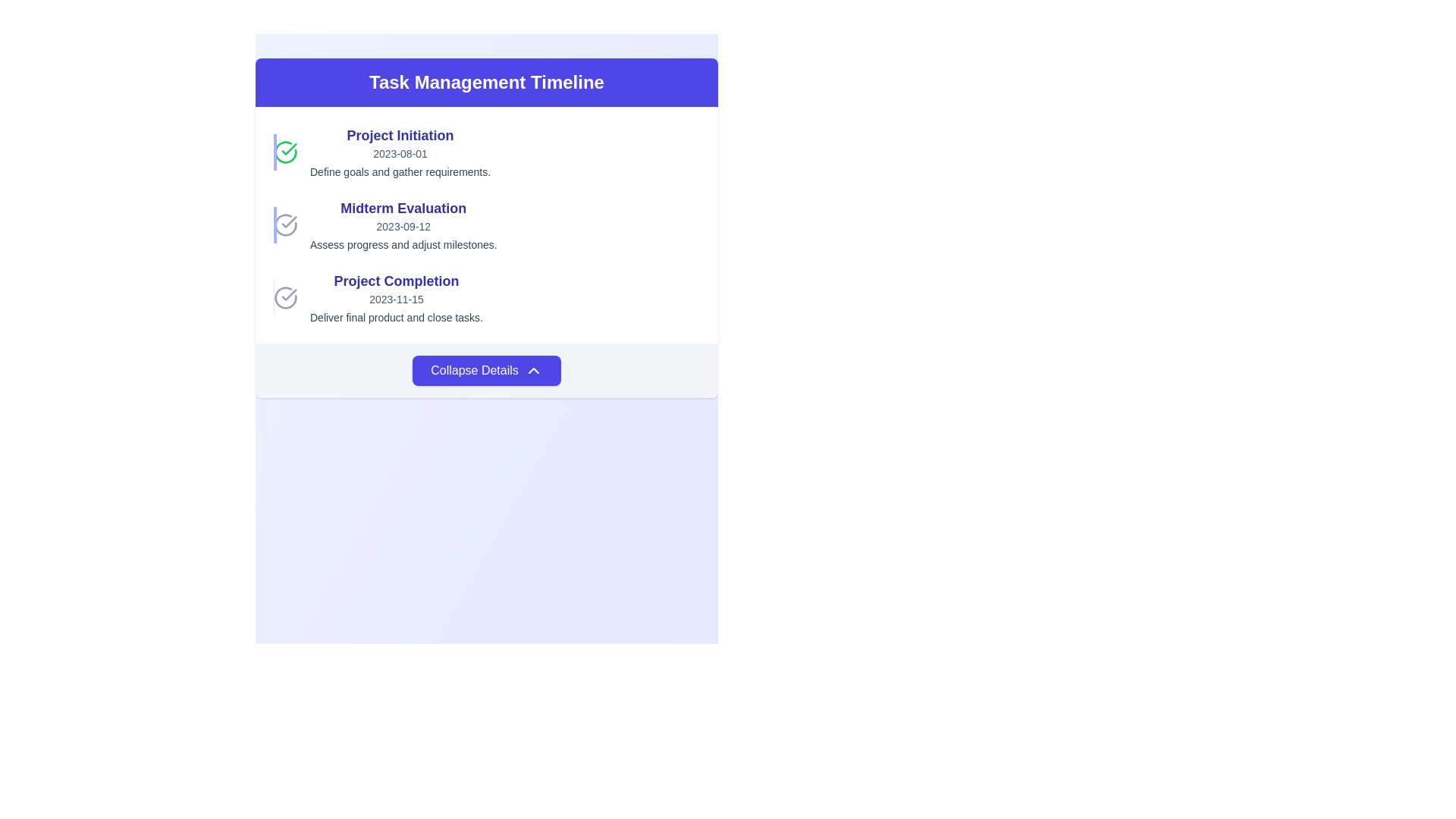  What do you see at coordinates (487, 371) in the screenshot?
I see `the rounded rectangular button with a purple background and white bold text "Collapse Details" to observe tooltip or visual feedback` at bounding box center [487, 371].